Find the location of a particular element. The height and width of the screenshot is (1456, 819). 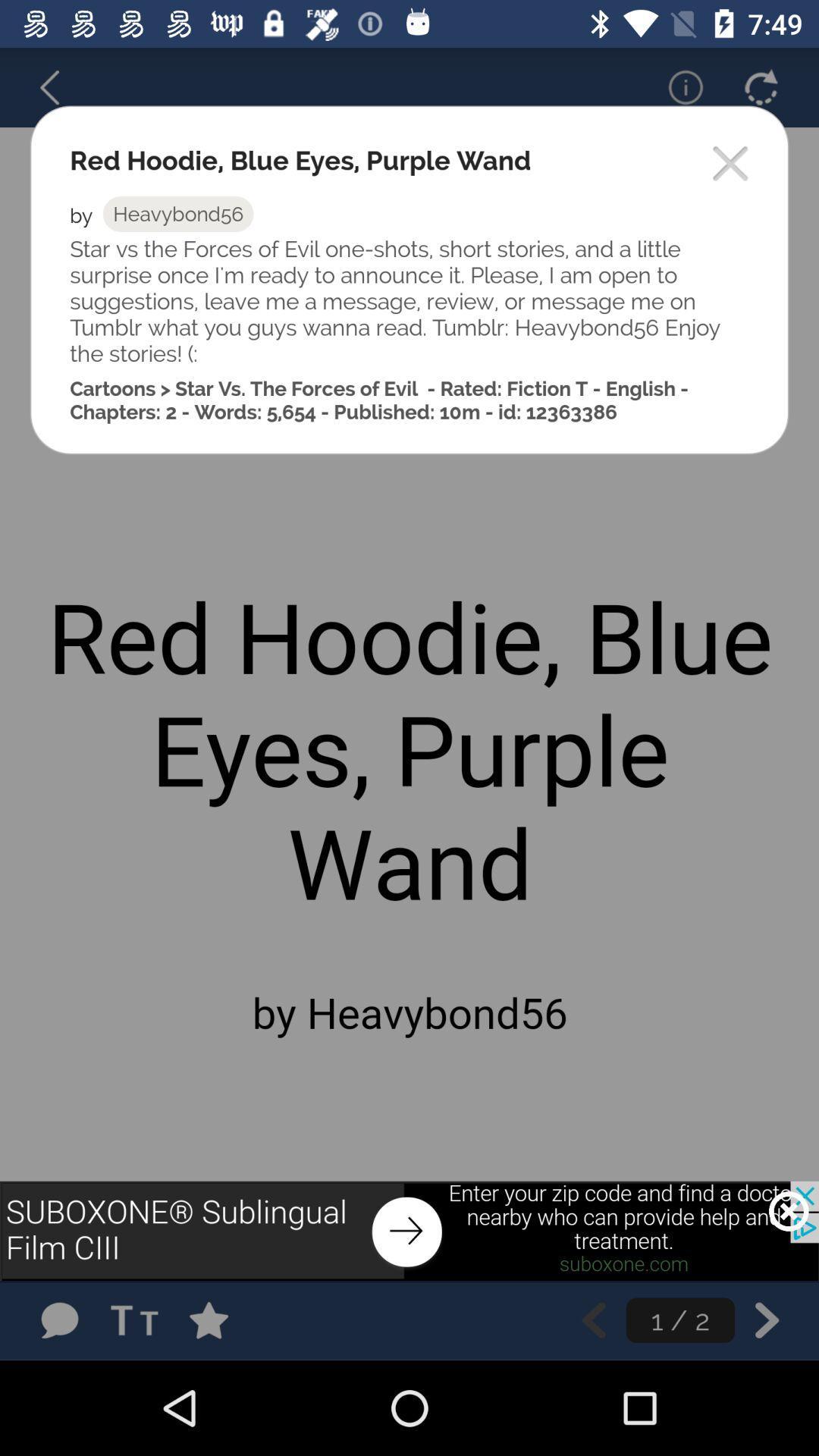

comment is located at coordinates (58, 1319).